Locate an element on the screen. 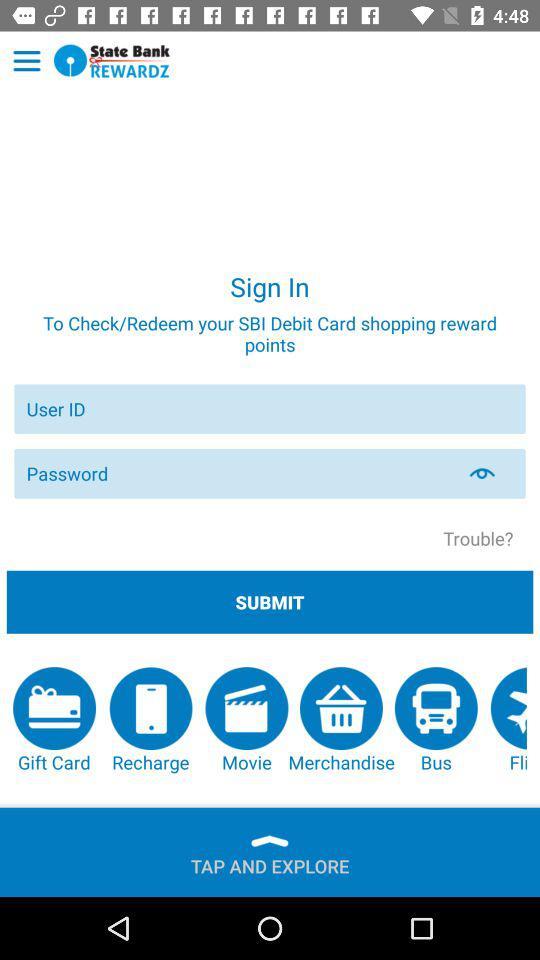 The height and width of the screenshot is (960, 540). the item to the right of recharge app is located at coordinates (246, 720).